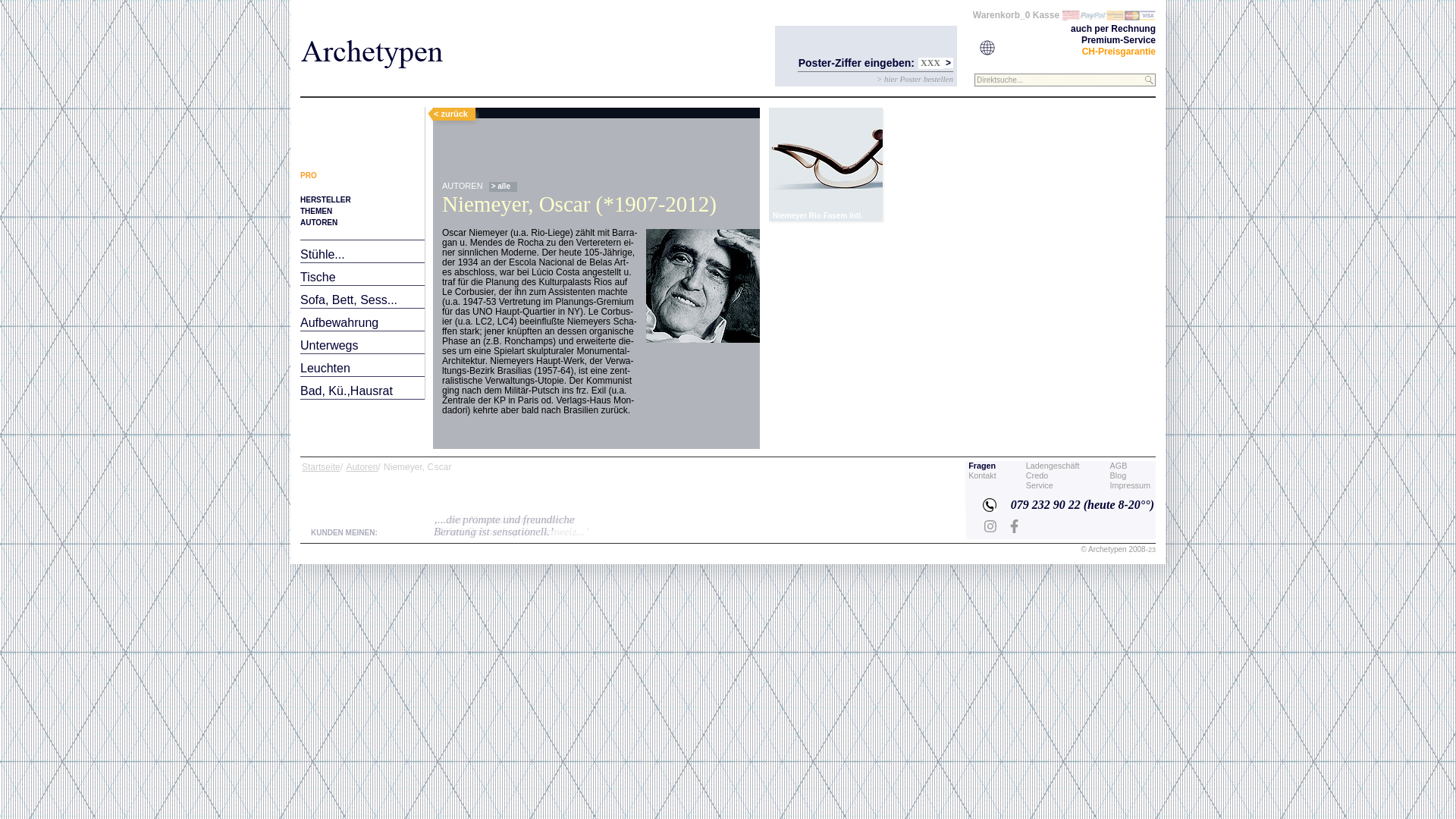 The height and width of the screenshot is (819, 1456). Describe the element at coordinates (825, 164) in the screenshot. I see `'Niemeyer Rio Fasem Intl.'` at that location.